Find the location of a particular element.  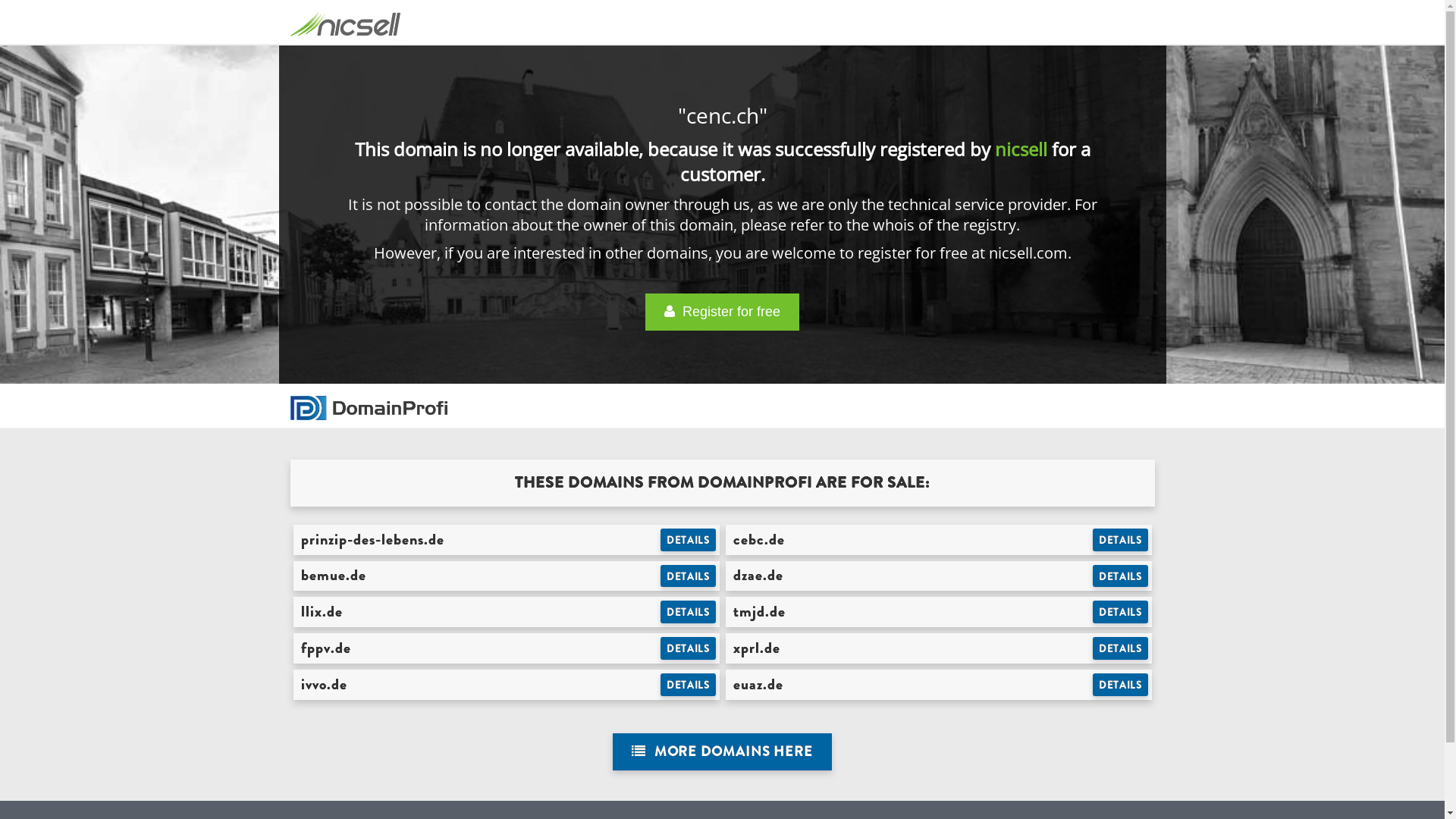

'DETAILS' is located at coordinates (687, 539).